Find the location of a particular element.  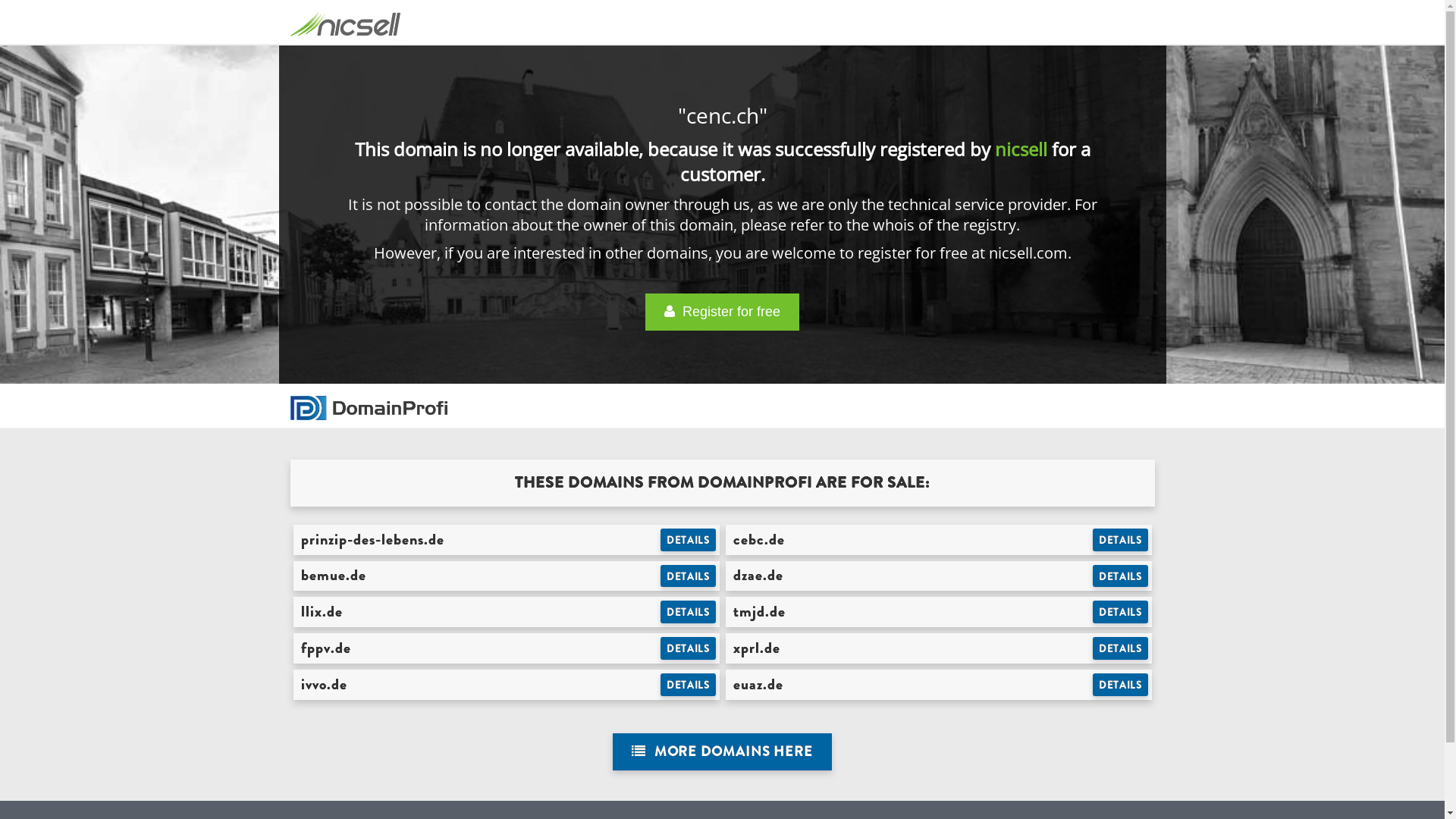

'DETAILS' is located at coordinates (687, 539).